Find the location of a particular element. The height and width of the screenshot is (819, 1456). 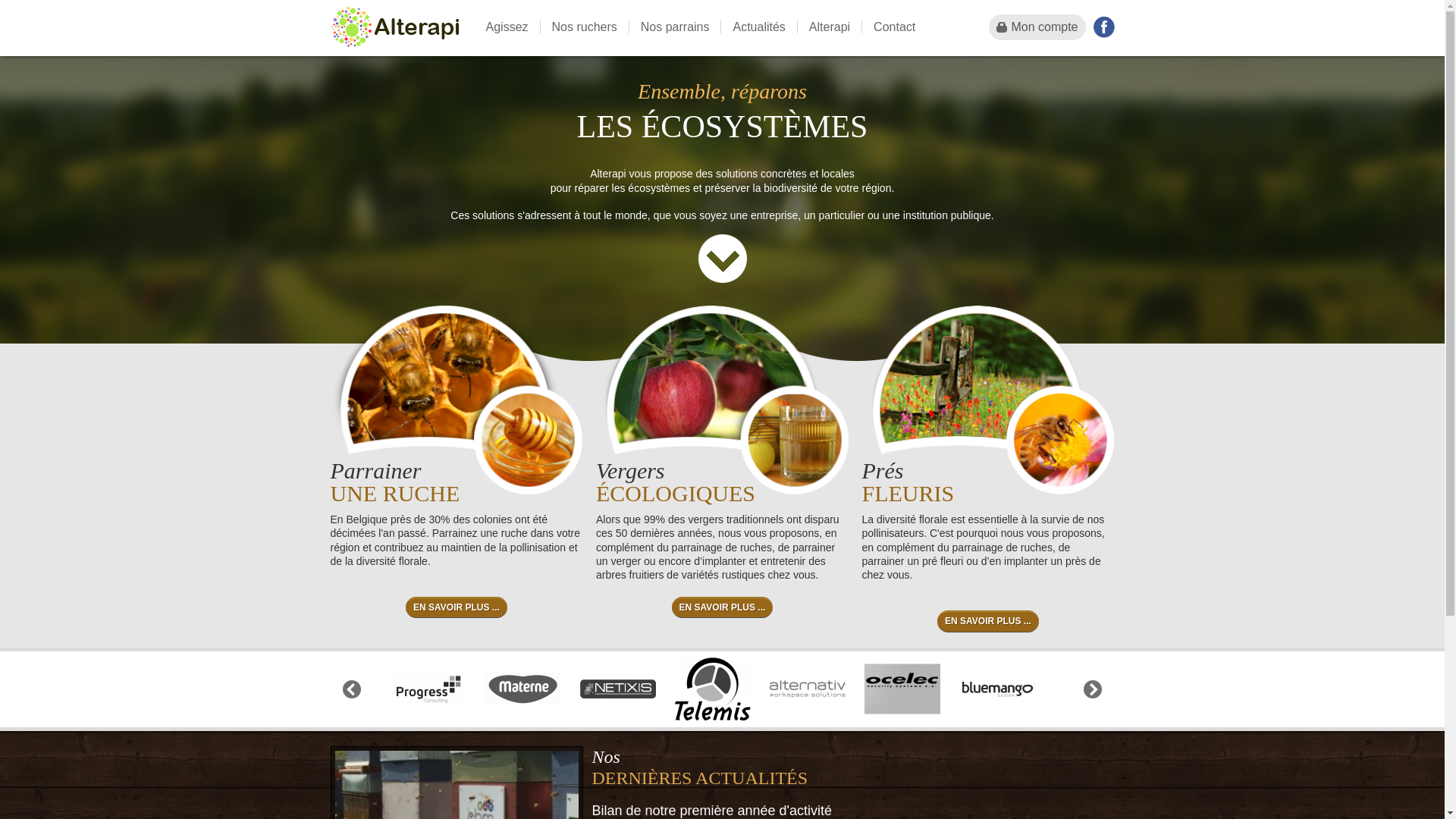

'netixis' is located at coordinates (618, 689).